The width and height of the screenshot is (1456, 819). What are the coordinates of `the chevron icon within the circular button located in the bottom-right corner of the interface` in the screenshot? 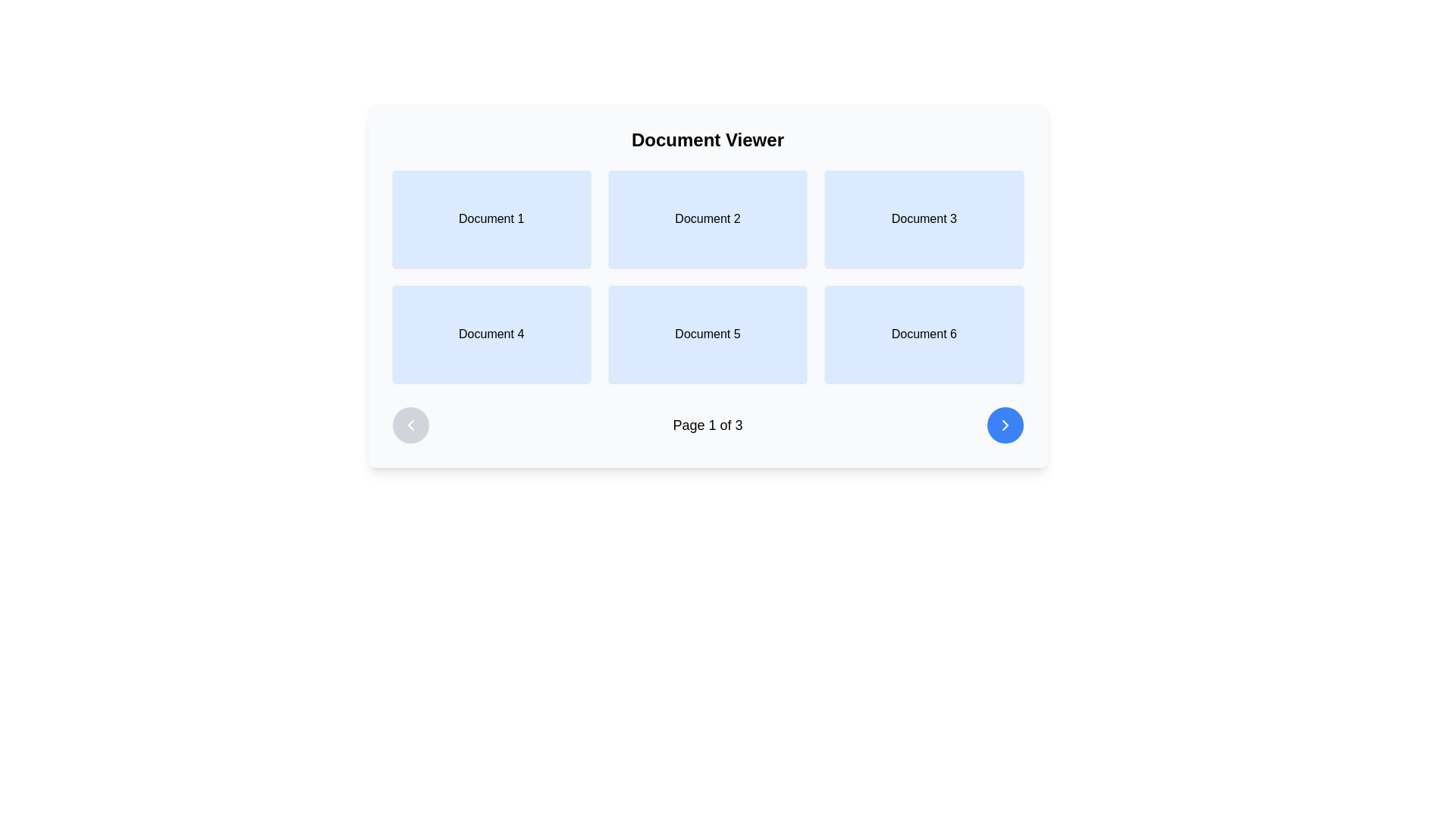 It's located at (1005, 425).